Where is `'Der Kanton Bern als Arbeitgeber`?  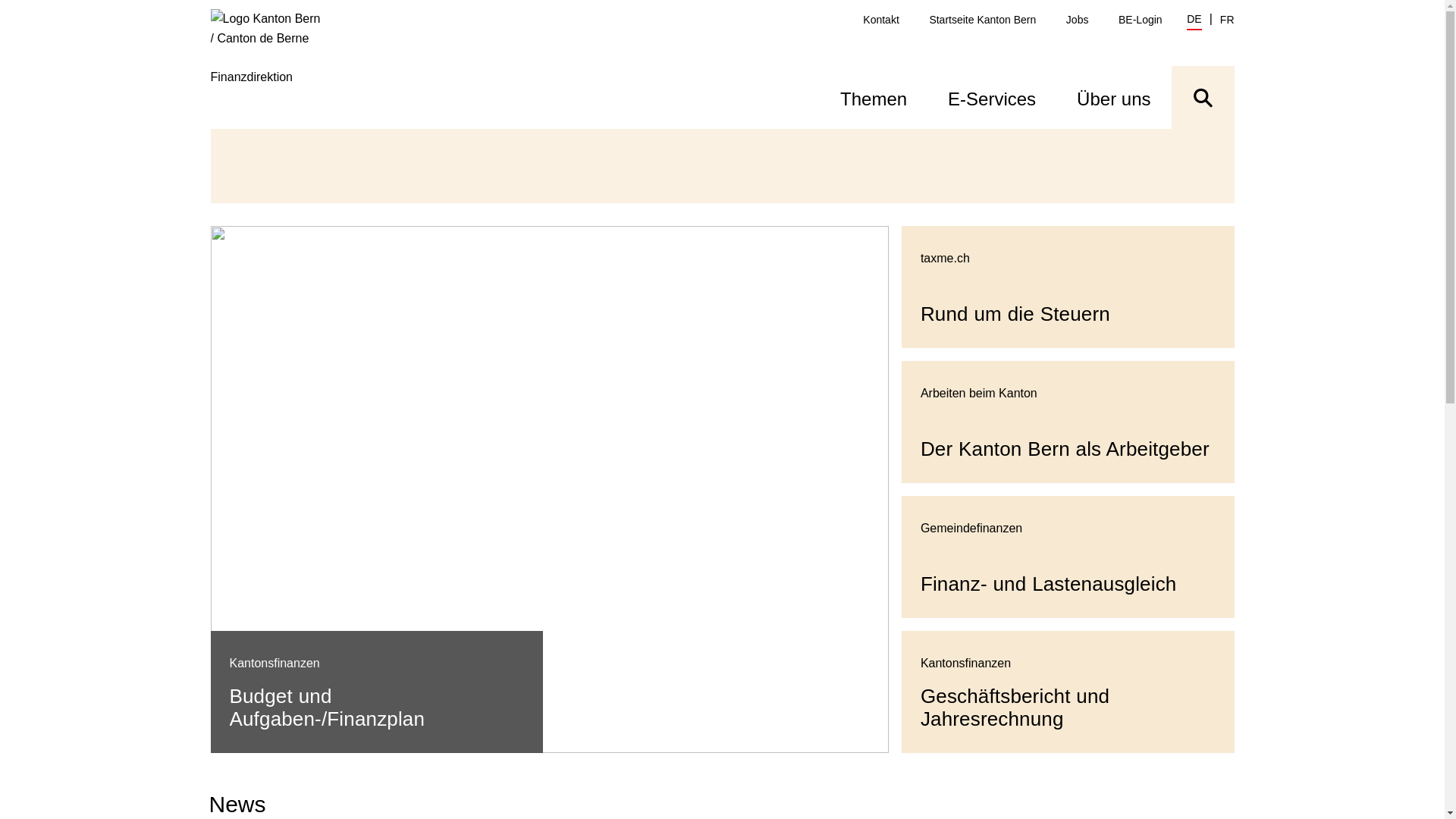 'Der Kanton Bern als Arbeitgeber is located at coordinates (1067, 422).